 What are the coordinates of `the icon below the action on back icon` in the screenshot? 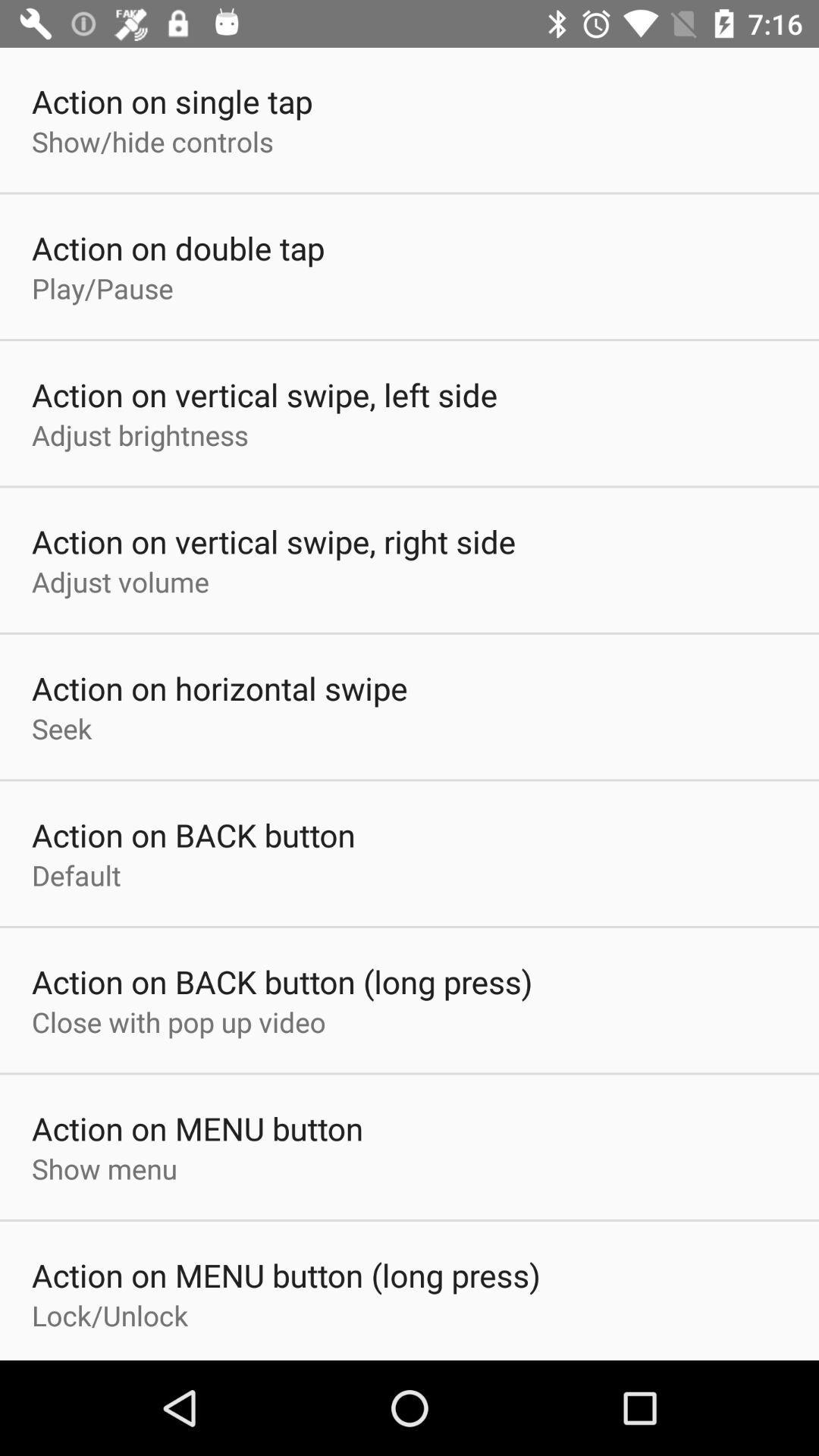 It's located at (177, 1021).